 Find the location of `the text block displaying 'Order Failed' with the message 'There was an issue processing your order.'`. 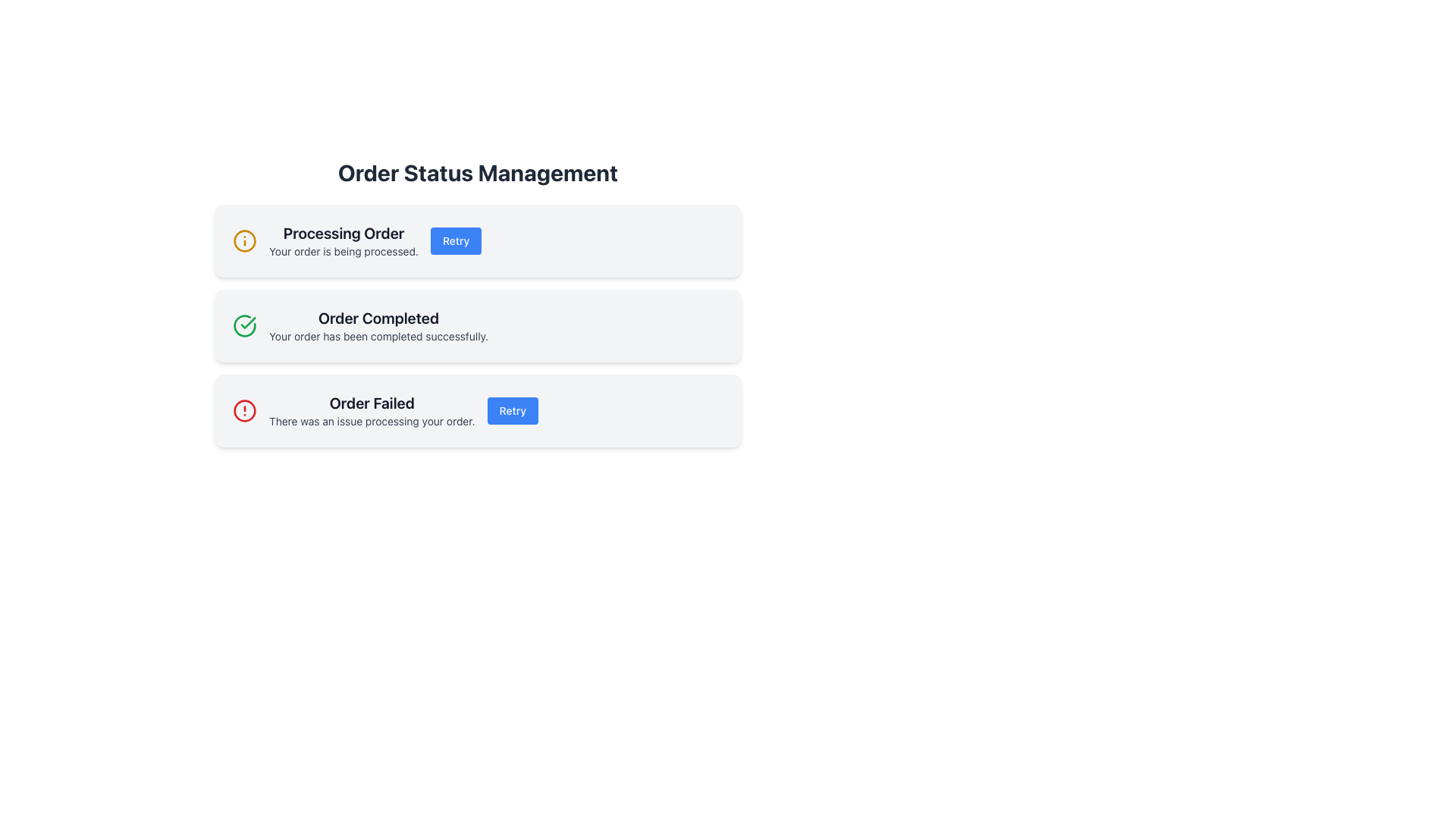

the text block displaying 'Order Failed' with the message 'There was an issue processing your order.' is located at coordinates (372, 411).